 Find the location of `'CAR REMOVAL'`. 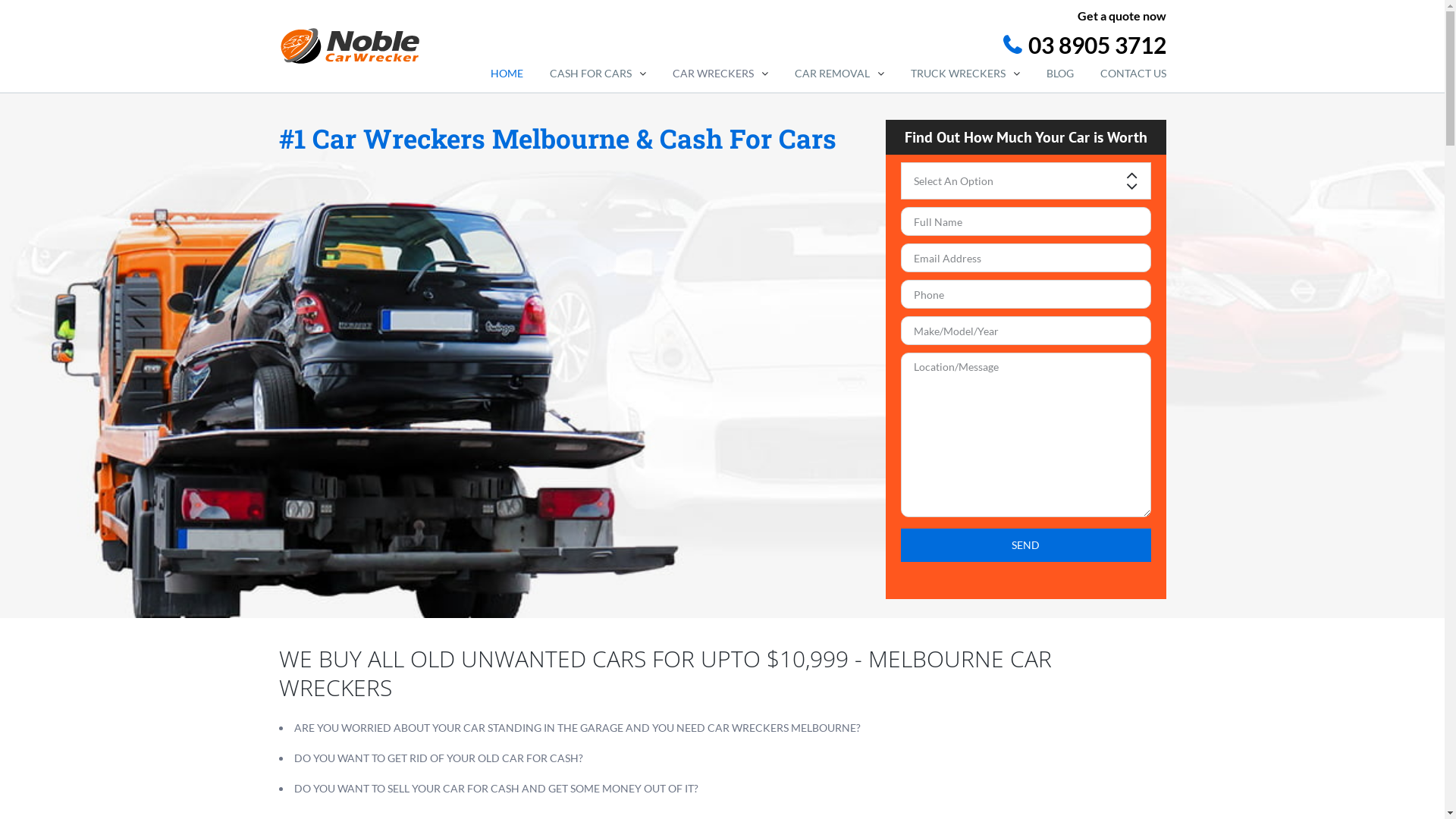

'CAR REMOVAL' is located at coordinates (839, 73).